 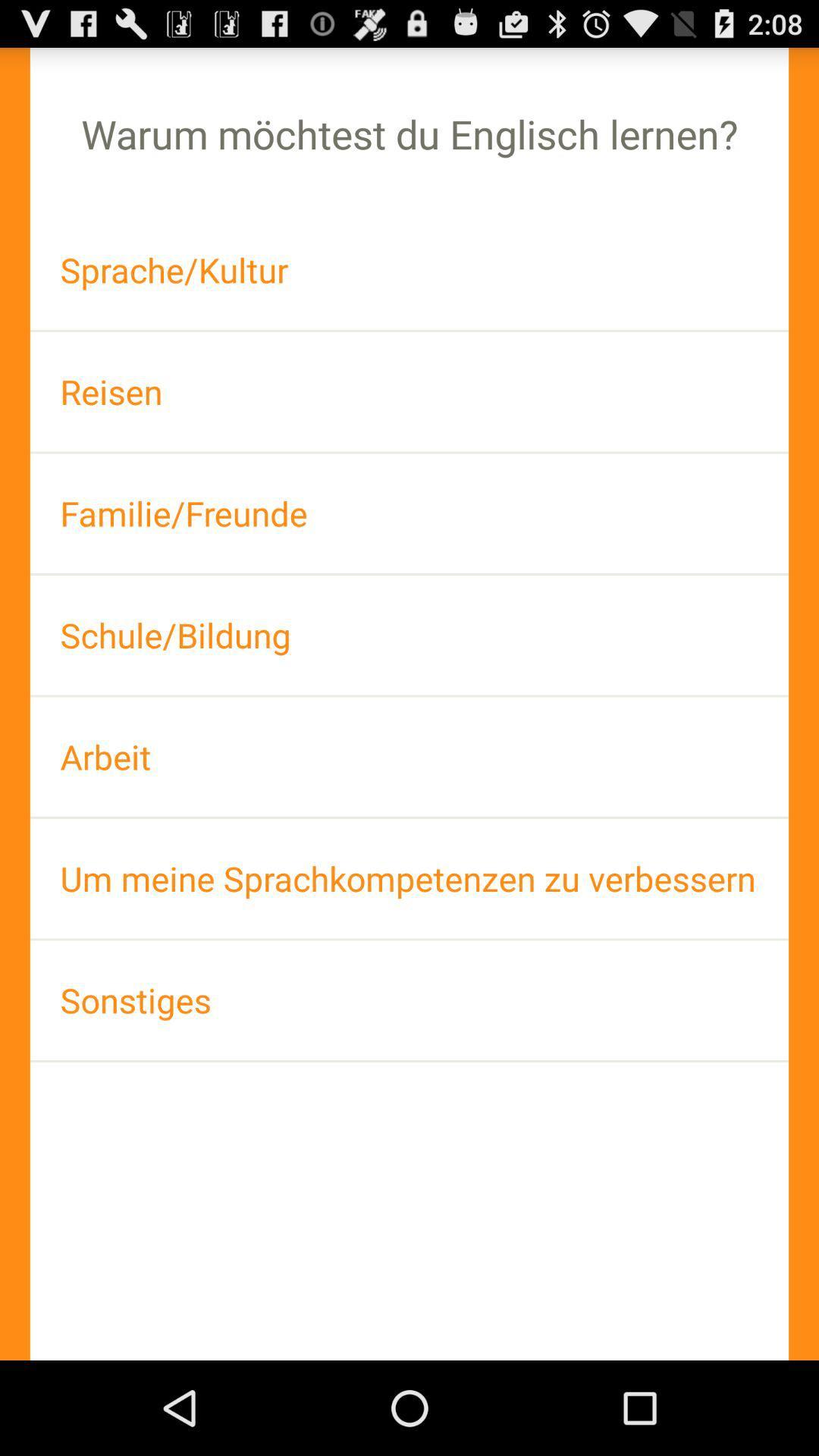 I want to click on the item at the bottom, so click(x=409, y=1000).